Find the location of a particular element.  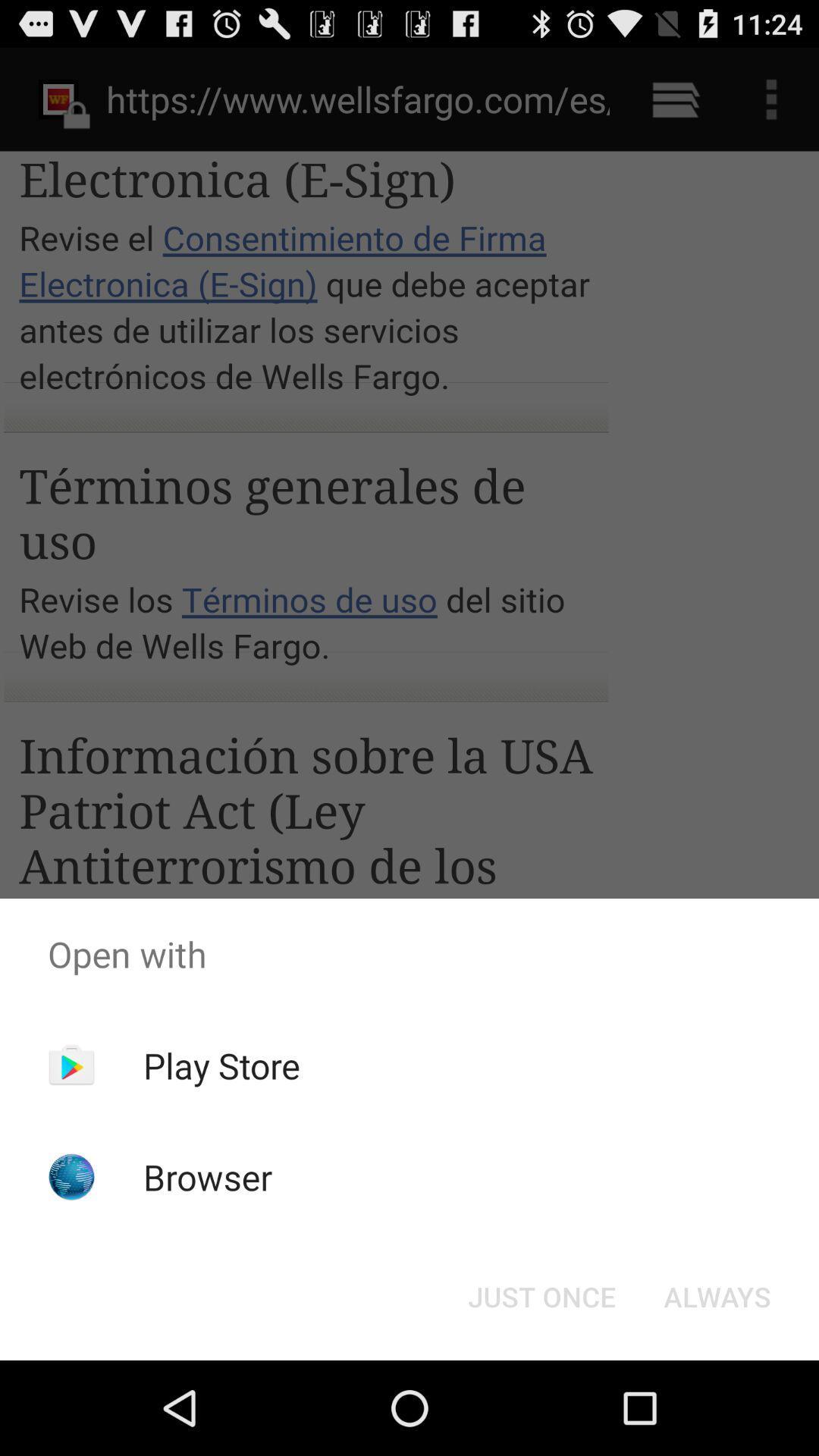

button to the left of always is located at coordinates (541, 1295).